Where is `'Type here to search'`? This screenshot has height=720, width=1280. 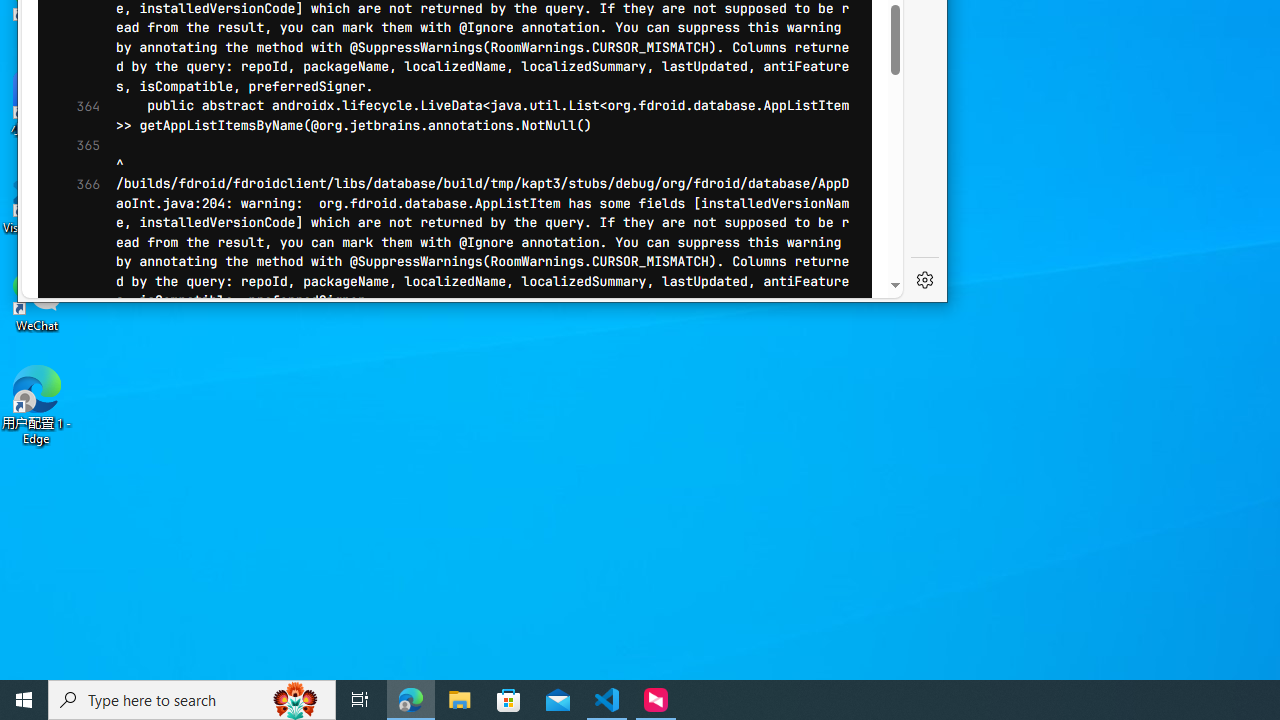 'Type here to search' is located at coordinates (192, 698).